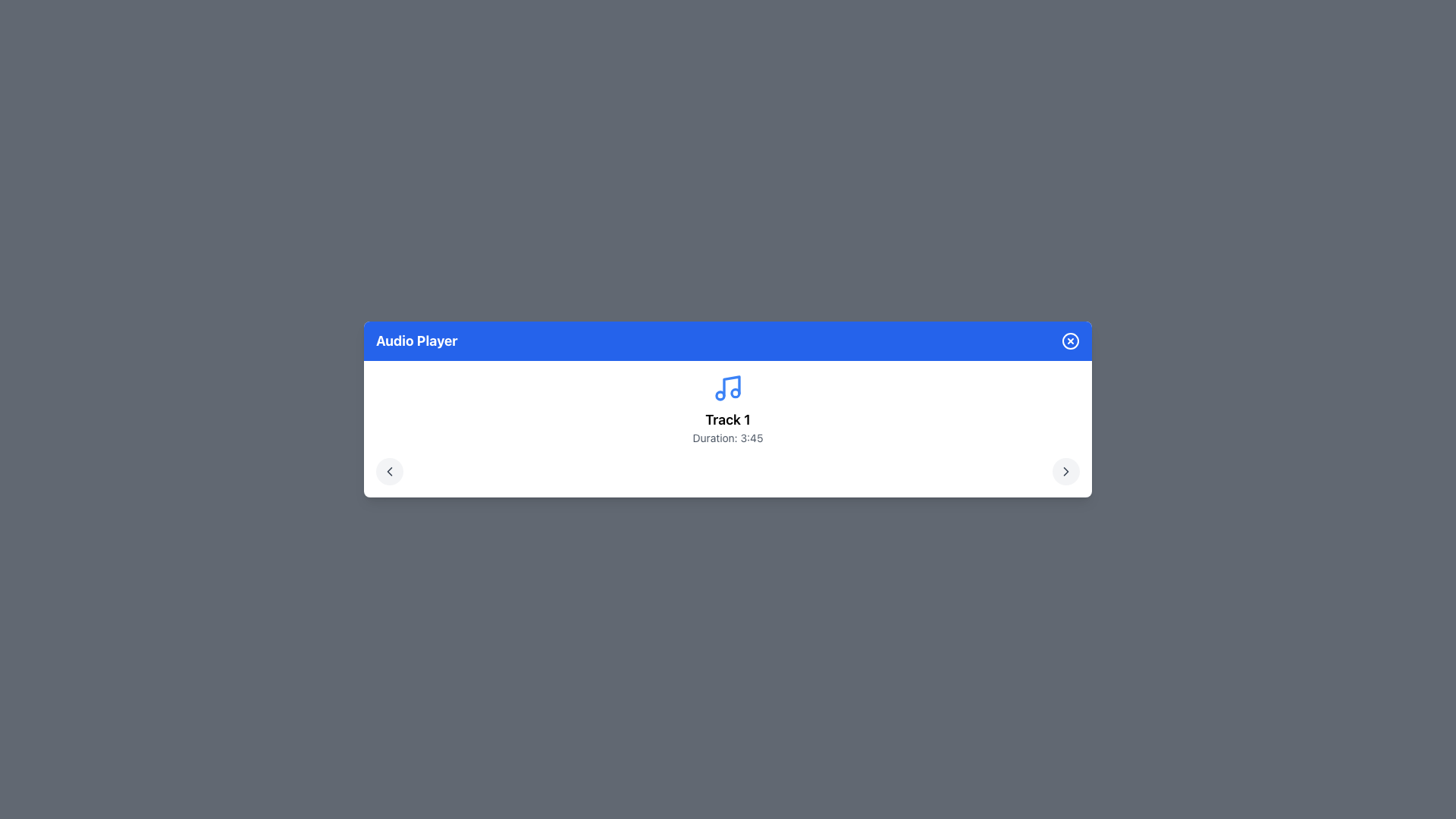 Image resolution: width=1456 pixels, height=819 pixels. Describe the element at coordinates (728, 409) in the screenshot. I see `the icon in the Text block displaying information about the track, which includes its title and duration, located in the 'Audio Player' section` at that location.